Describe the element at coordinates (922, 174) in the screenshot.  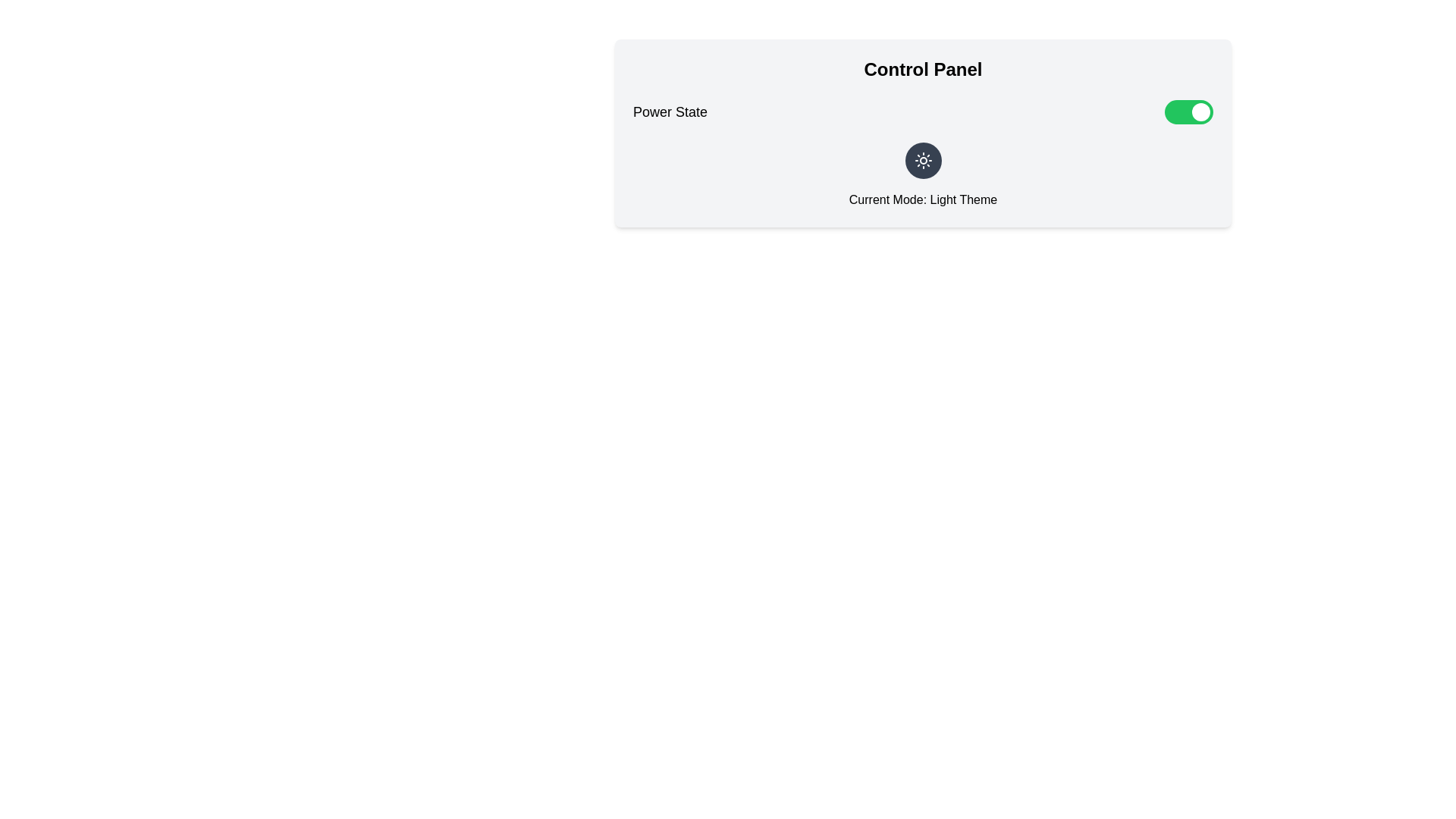
I see `the label displaying 'Current Mode: Light Theme' with the sun icon, located within the 'Control Panel' interface, below the 'Power State' toggle switch` at that location.